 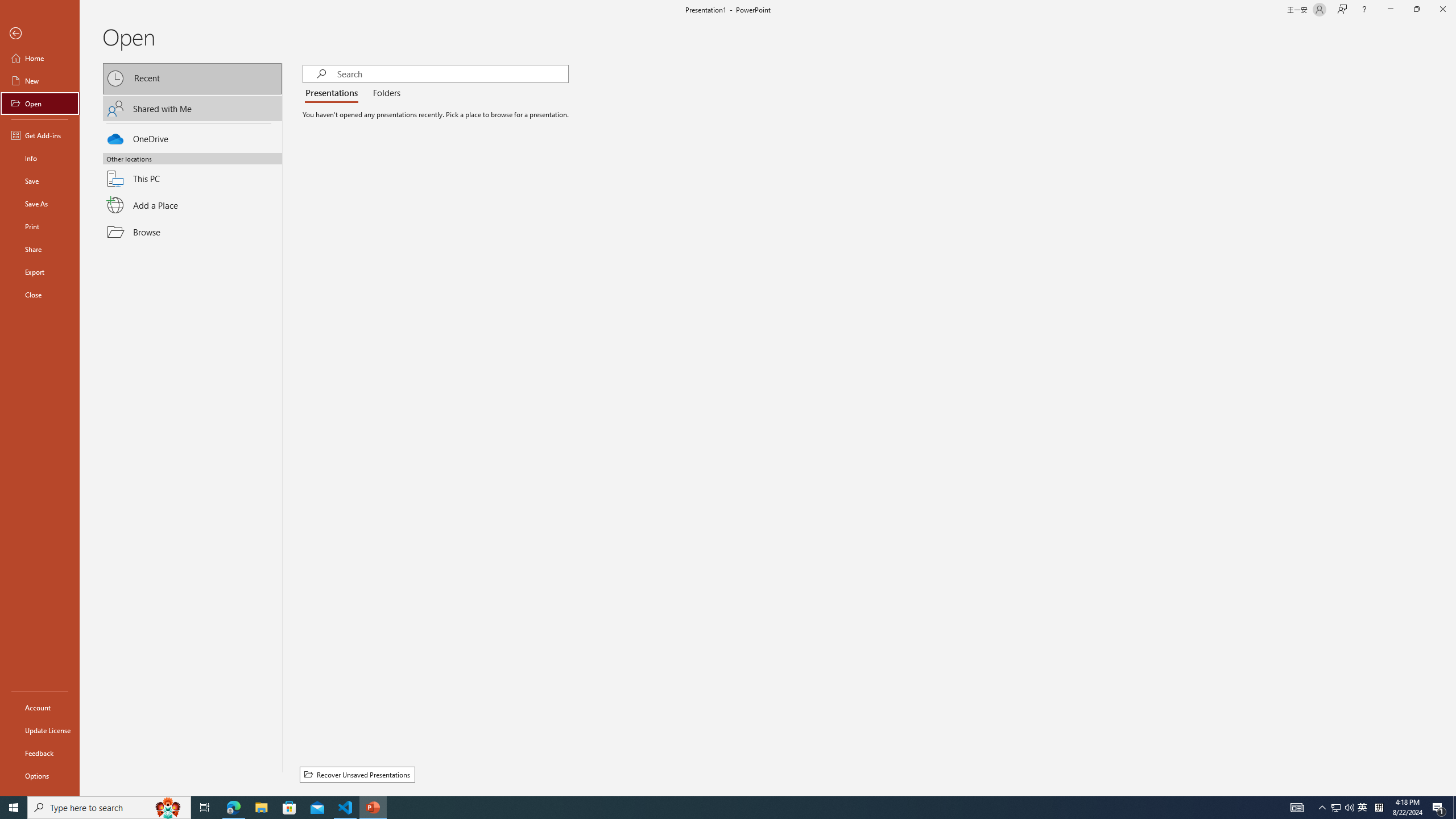 What do you see at coordinates (39, 730) in the screenshot?
I see `'Update License'` at bounding box center [39, 730].